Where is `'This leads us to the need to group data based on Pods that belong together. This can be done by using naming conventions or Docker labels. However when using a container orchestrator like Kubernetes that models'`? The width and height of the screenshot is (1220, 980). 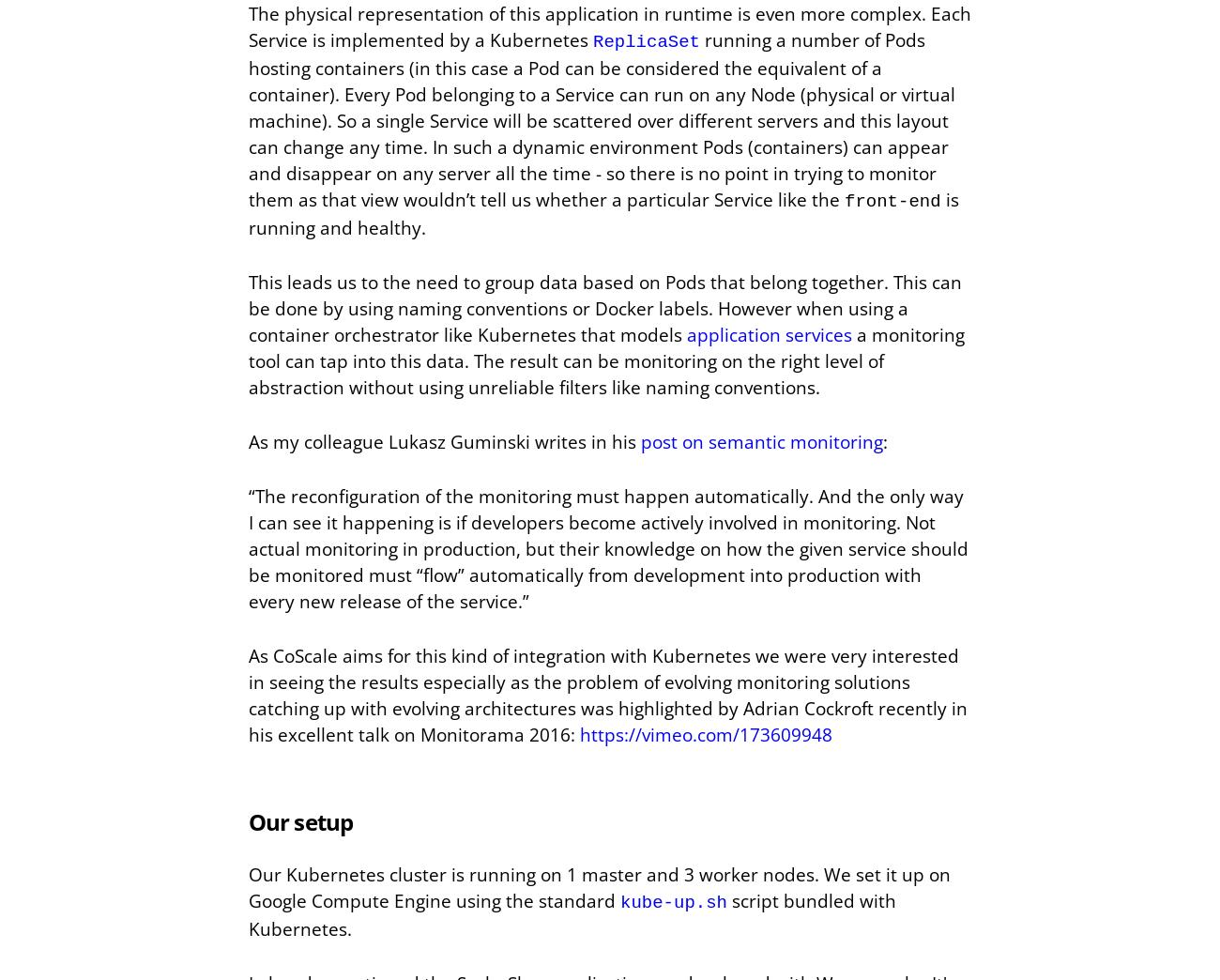 'This leads us to the need to group data based on Pods that belong together. This can be done by using naming conventions or Docker labels. However when using a container orchestrator like Kubernetes that models' is located at coordinates (605, 308).